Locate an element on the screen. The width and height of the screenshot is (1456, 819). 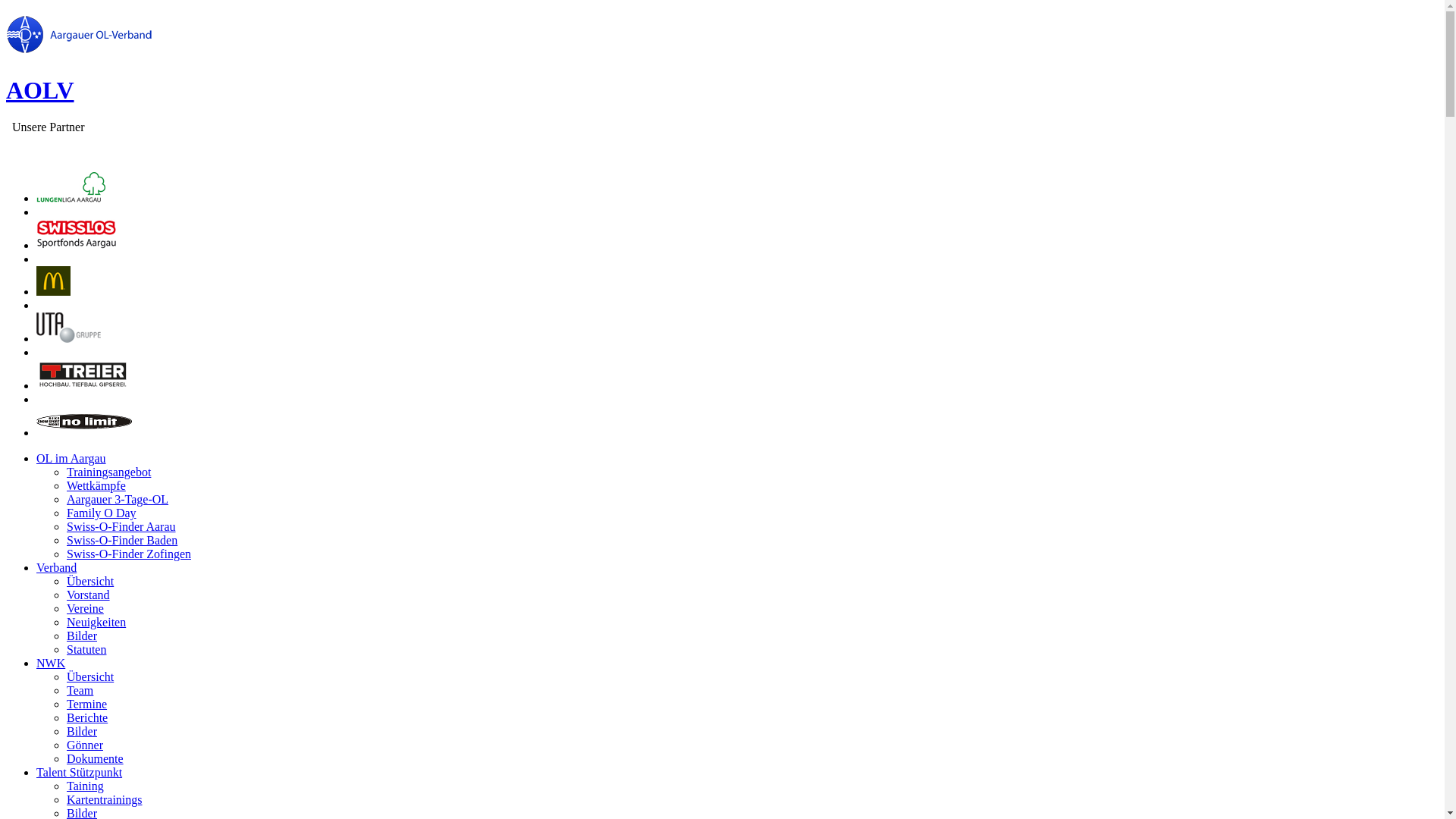
'Termine' is located at coordinates (86, 704).